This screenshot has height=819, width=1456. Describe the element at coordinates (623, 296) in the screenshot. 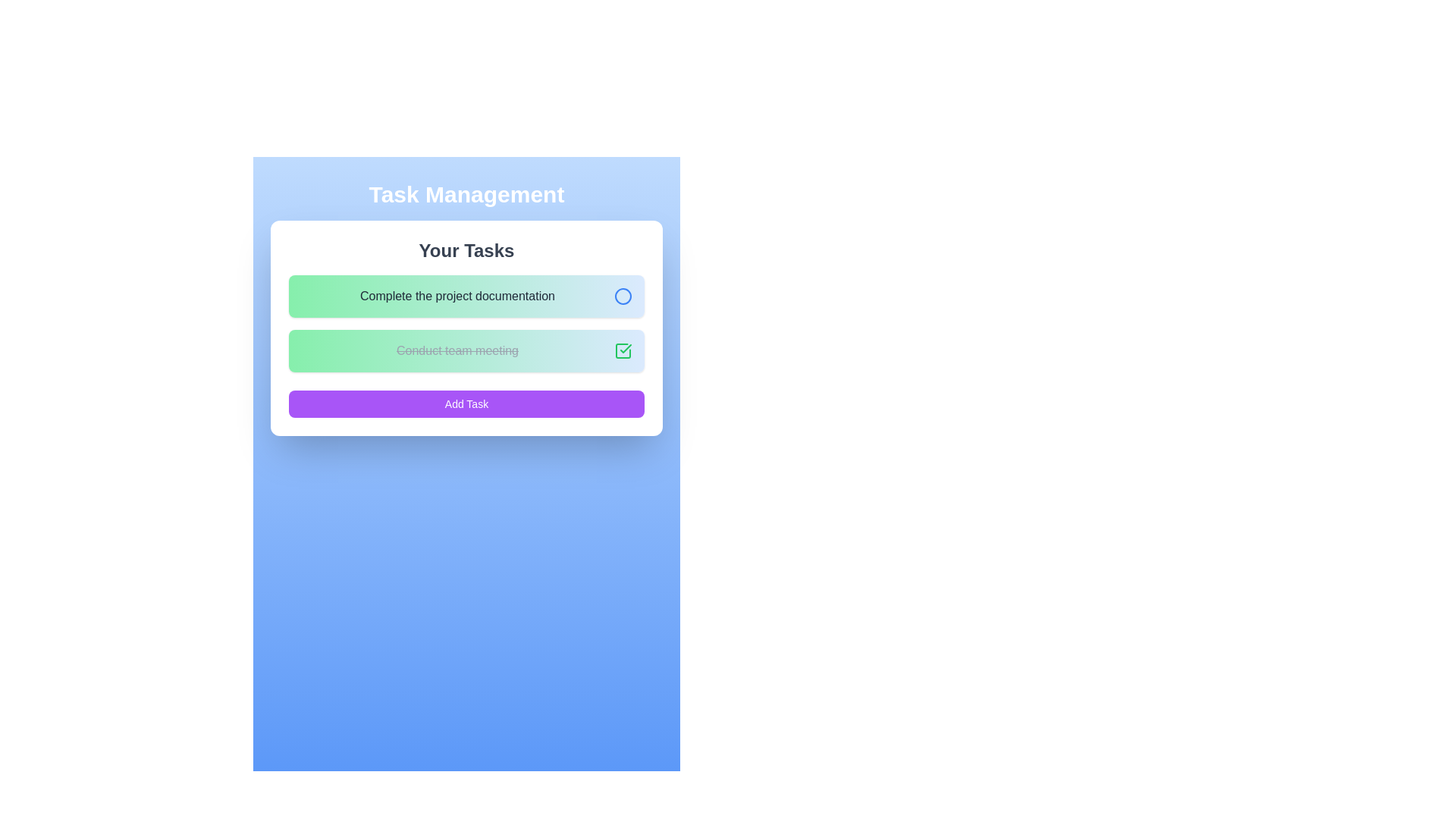

I see `the circular graphic or button that serves as a status indicator for the task 'Complete the project documentation' in the top task row of the task management UI` at that location.